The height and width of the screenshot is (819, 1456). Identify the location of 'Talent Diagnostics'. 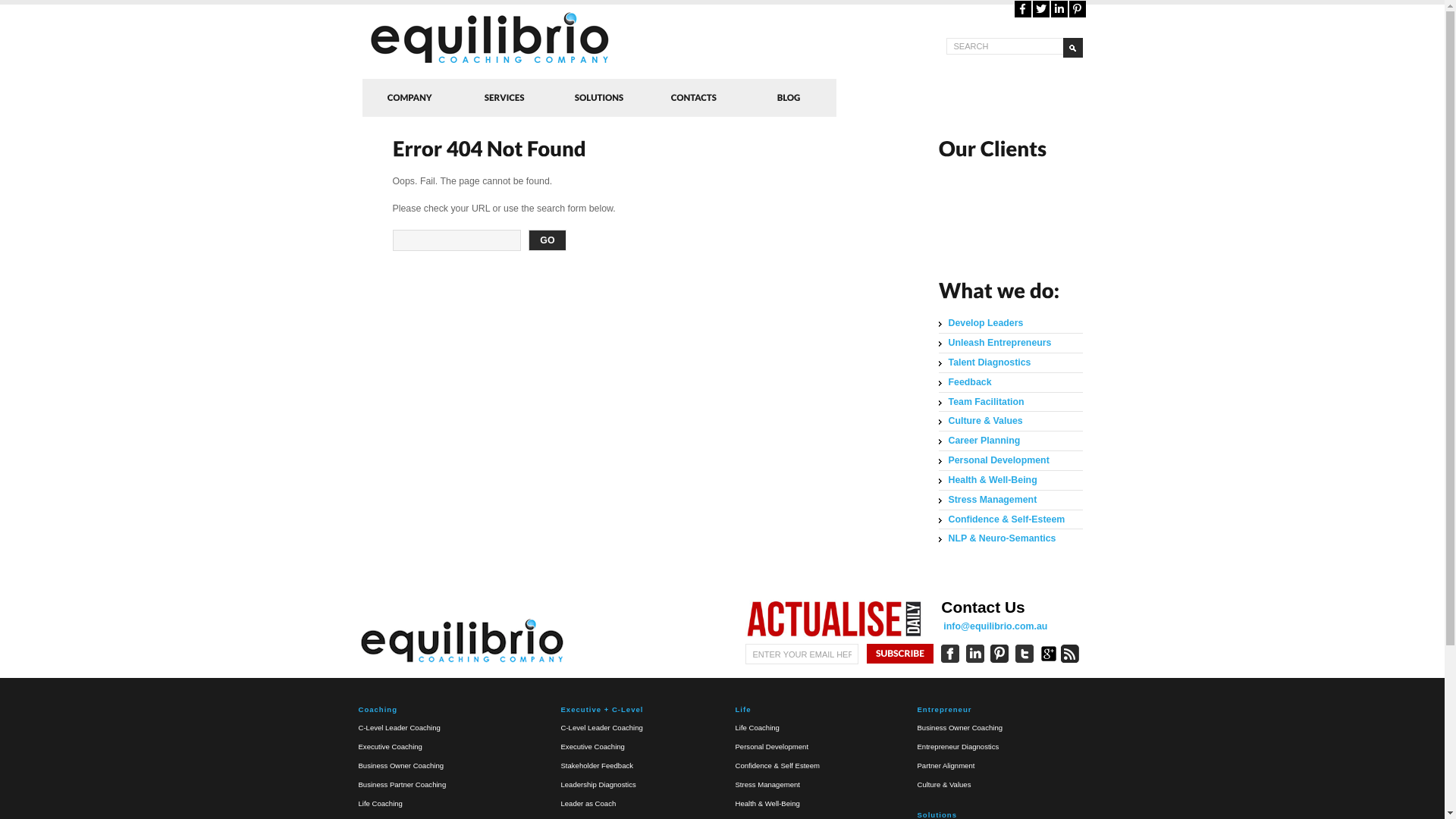
(987, 362).